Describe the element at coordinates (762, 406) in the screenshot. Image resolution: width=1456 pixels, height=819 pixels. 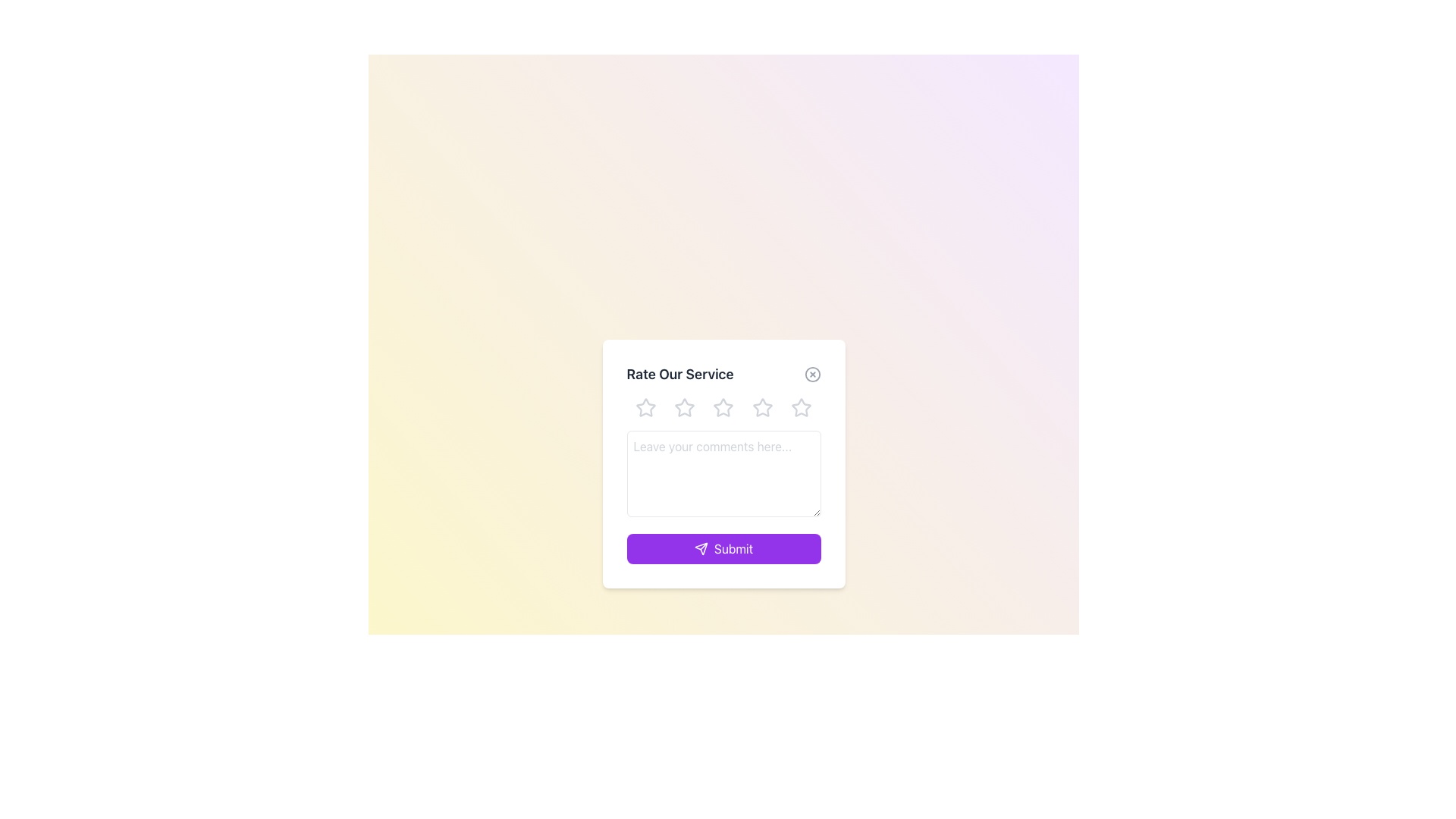
I see `the fourth star in the five-star rating system` at that location.